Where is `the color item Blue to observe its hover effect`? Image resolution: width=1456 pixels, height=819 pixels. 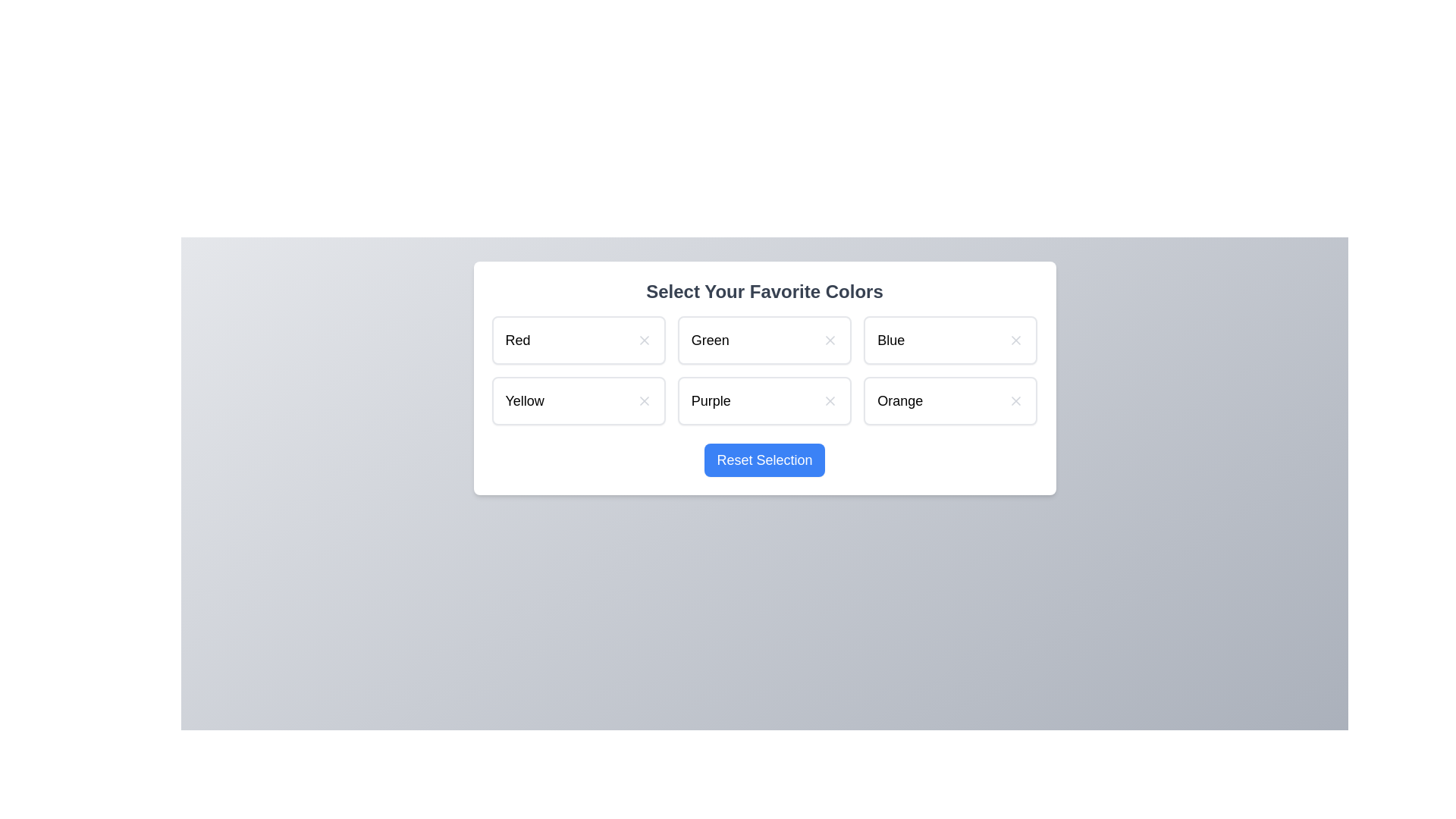 the color item Blue to observe its hover effect is located at coordinates (949, 339).